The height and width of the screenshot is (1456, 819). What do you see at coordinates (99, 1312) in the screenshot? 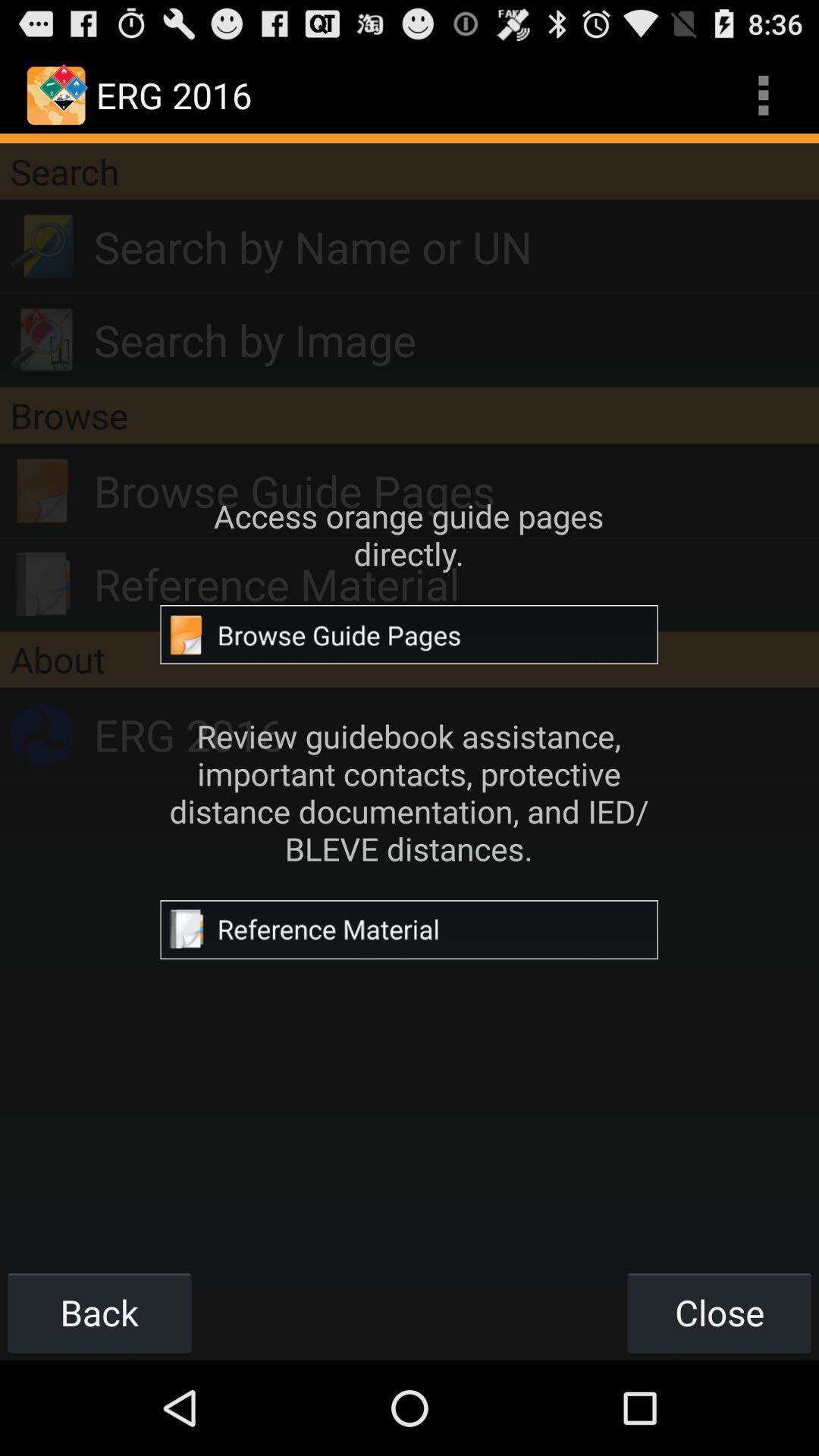
I see `the icon to the left of close button` at bounding box center [99, 1312].